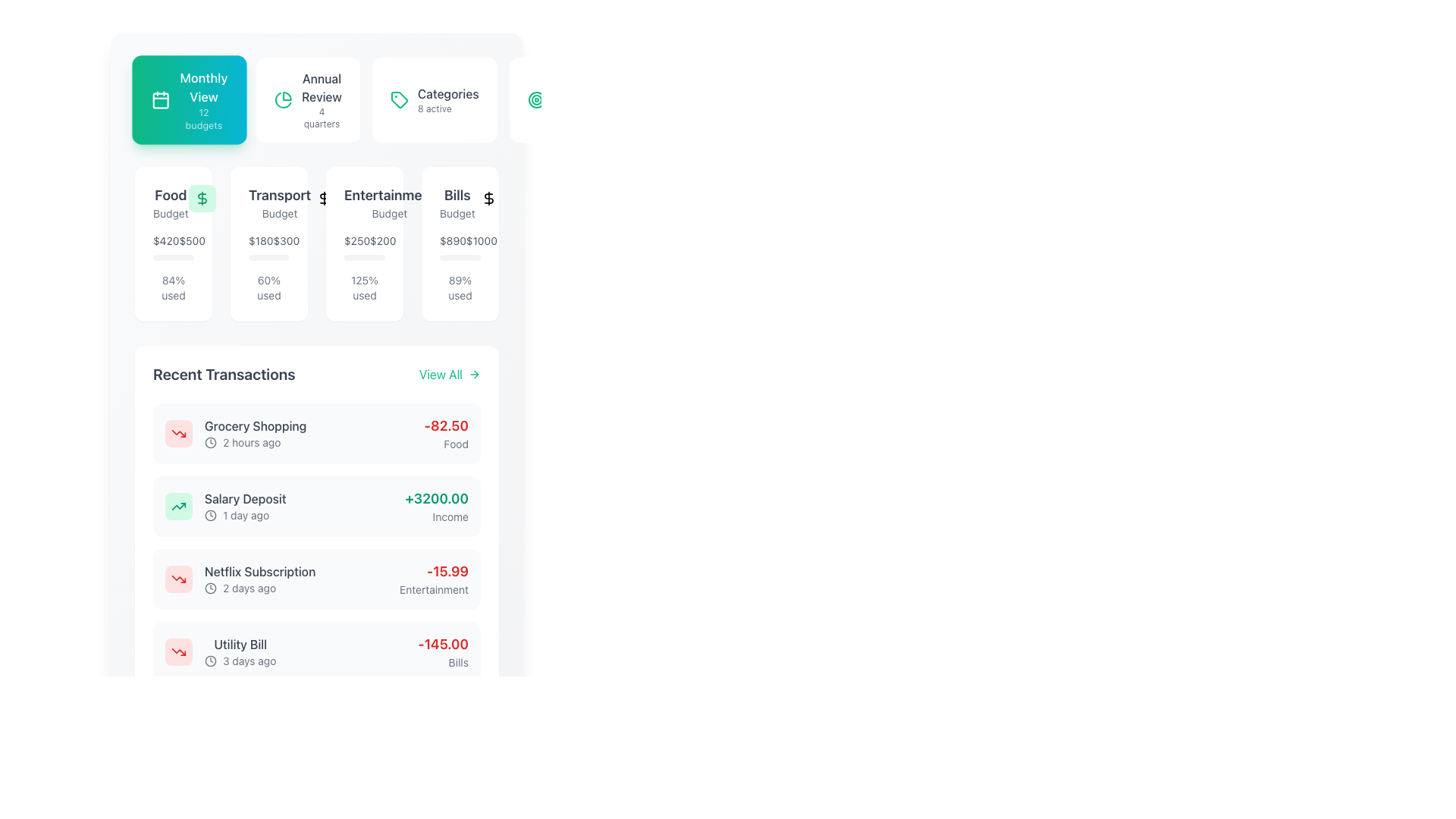  What do you see at coordinates (280, 213) in the screenshot?
I see `the text label displaying 'budget' in lowercase letters, styled in a smaller font size and muted gray color, located below the heading 'Transport' in the second column of a grid layout` at bounding box center [280, 213].